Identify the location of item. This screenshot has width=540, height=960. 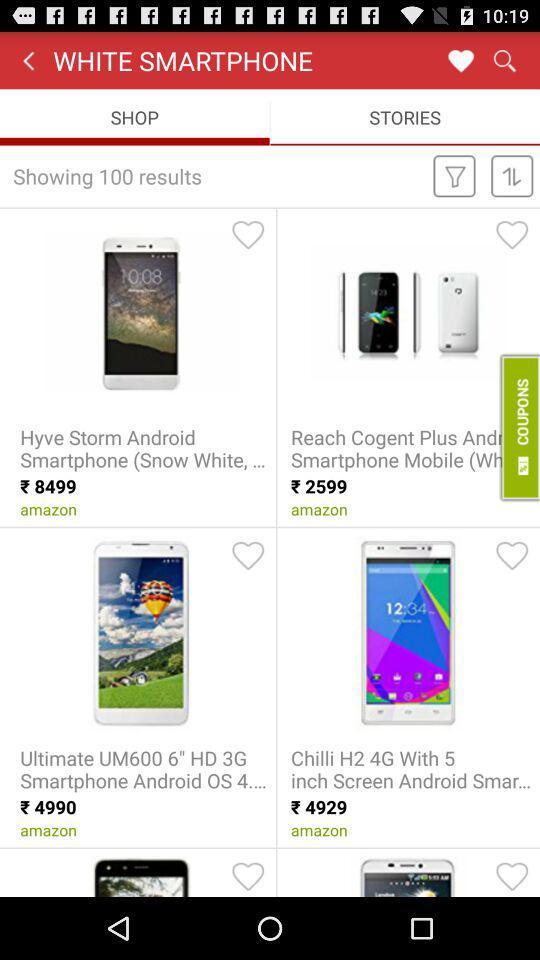
(512, 555).